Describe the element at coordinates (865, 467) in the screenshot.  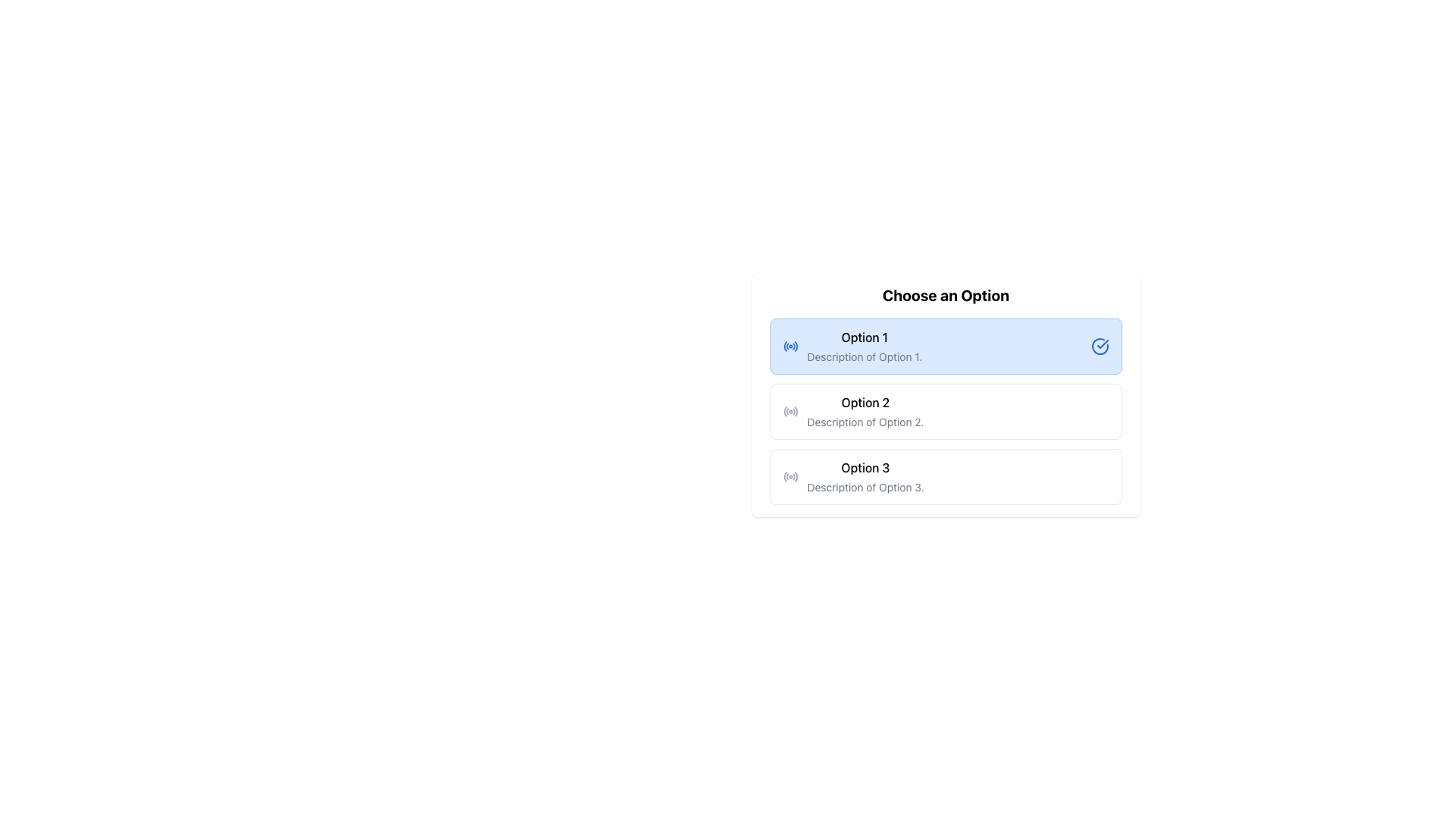
I see `the title label of the third selectable option in the vertically stacked list, which is located above 'Description of Option 3' and below 'Option 2'` at that location.